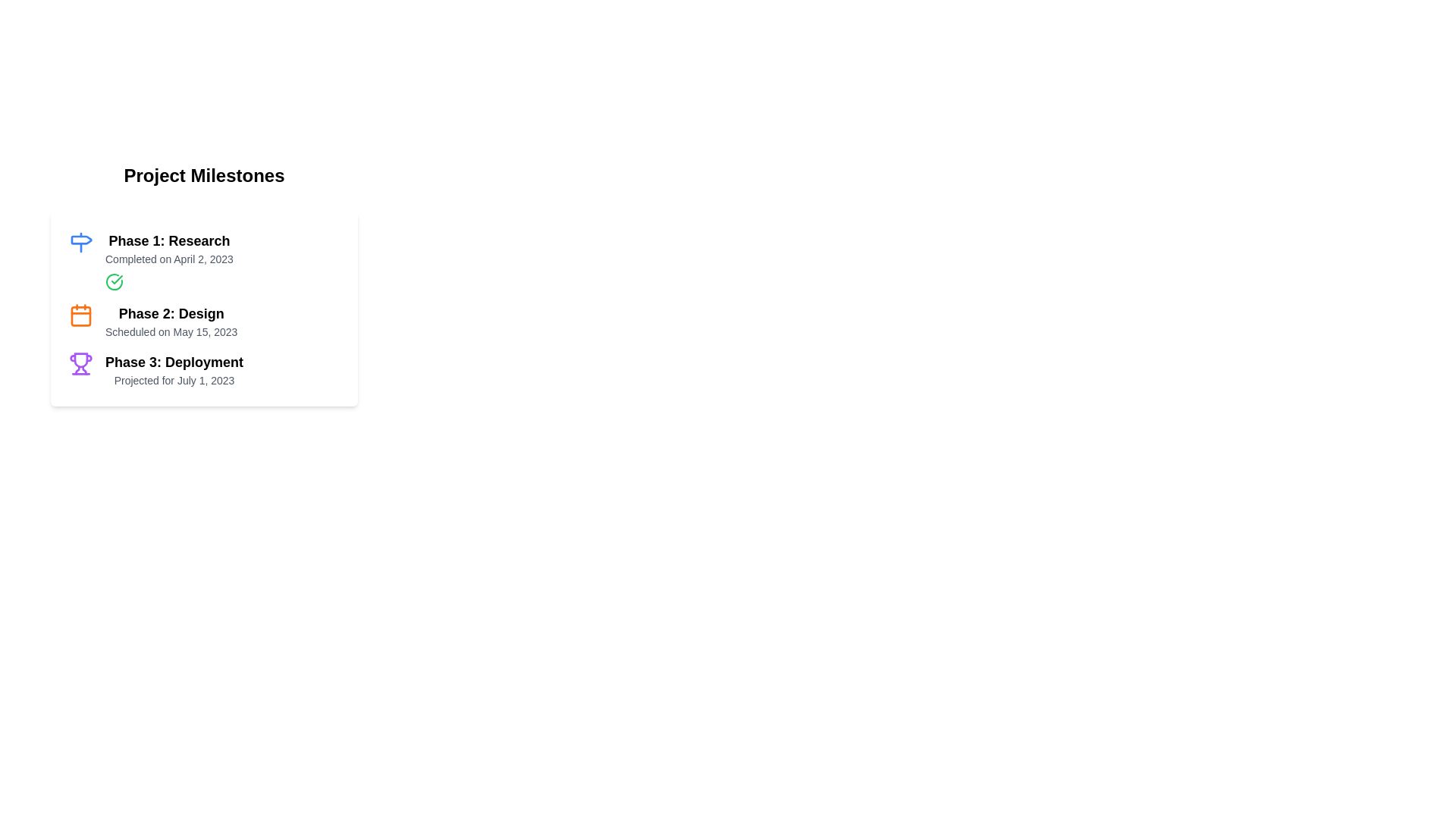 The width and height of the screenshot is (1456, 819). I want to click on information block that indicates the completion status of the first phase of the project, located at the top of the 'Project Milestones' list, so click(169, 259).